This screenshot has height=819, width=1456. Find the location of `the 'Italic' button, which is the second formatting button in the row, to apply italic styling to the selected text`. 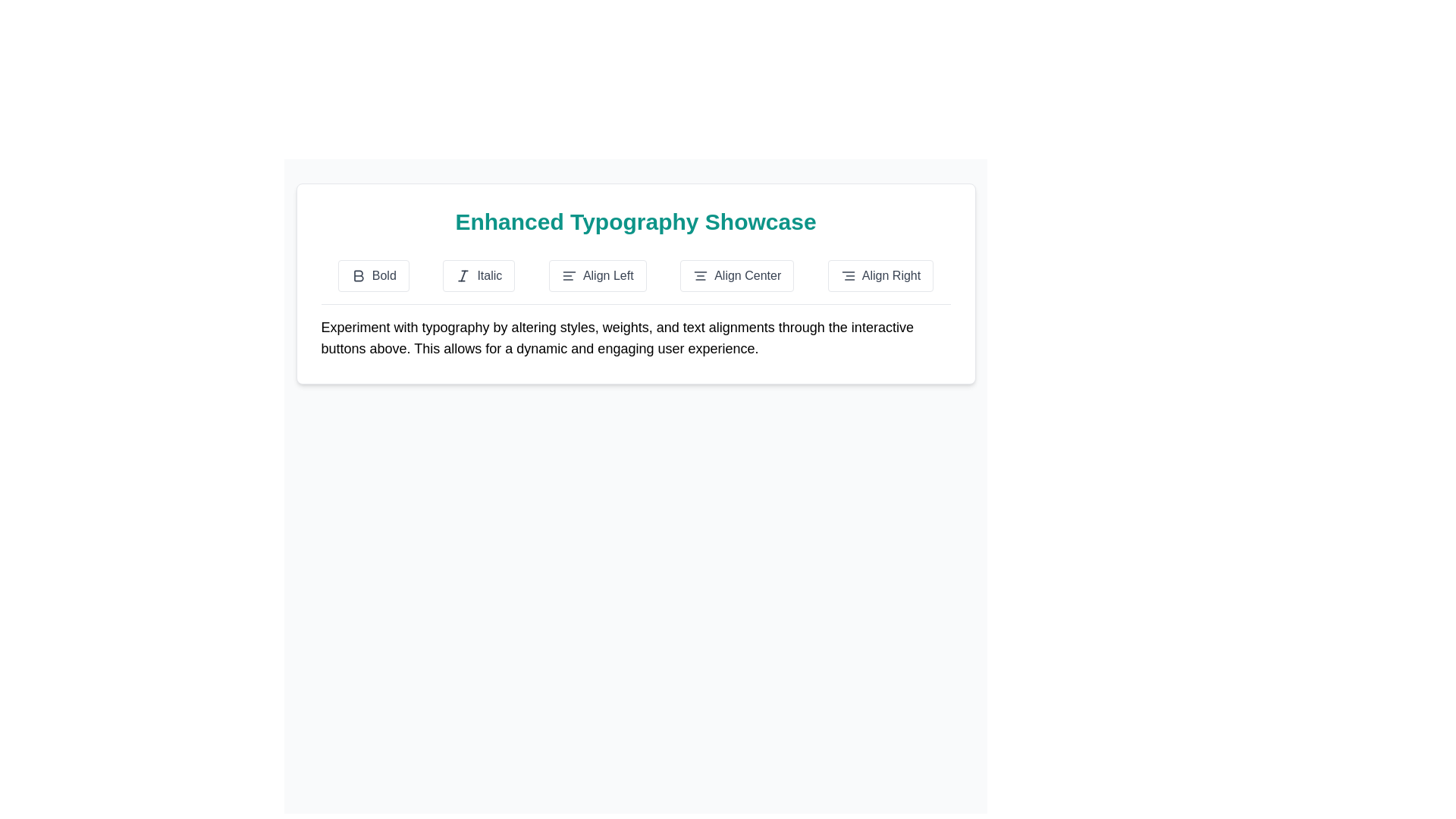

the 'Italic' button, which is the second formatting button in the row, to apply italic styling to the selected text is located at coordinates (489, 275).